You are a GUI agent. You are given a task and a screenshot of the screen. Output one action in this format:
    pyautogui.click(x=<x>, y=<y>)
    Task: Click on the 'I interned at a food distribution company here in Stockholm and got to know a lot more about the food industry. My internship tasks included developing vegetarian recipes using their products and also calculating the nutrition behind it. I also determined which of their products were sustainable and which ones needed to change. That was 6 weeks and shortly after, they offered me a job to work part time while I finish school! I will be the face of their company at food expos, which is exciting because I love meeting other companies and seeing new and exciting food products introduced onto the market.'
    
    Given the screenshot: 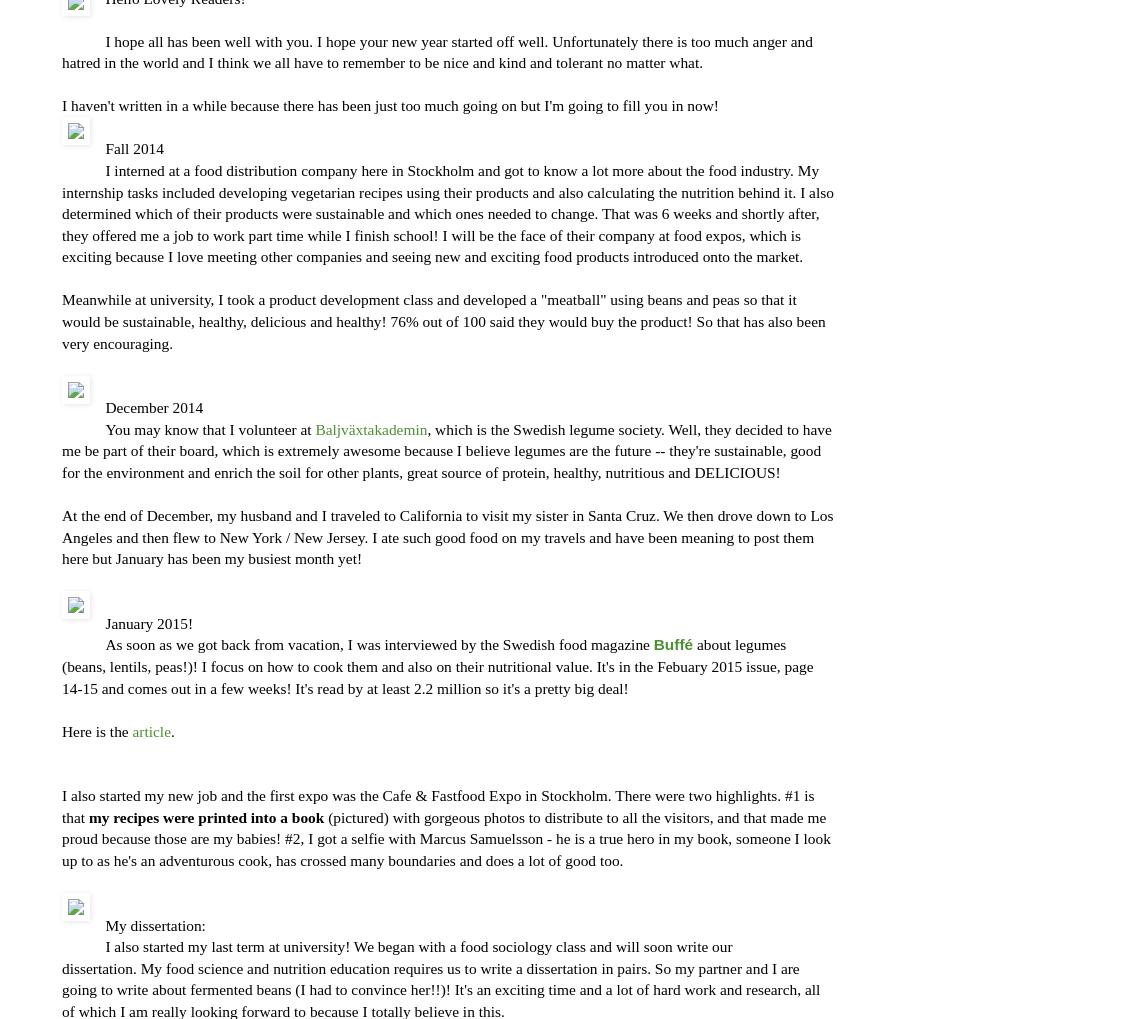 What is the action you would take?
    pyautogui.click(x=447, y=212)
    